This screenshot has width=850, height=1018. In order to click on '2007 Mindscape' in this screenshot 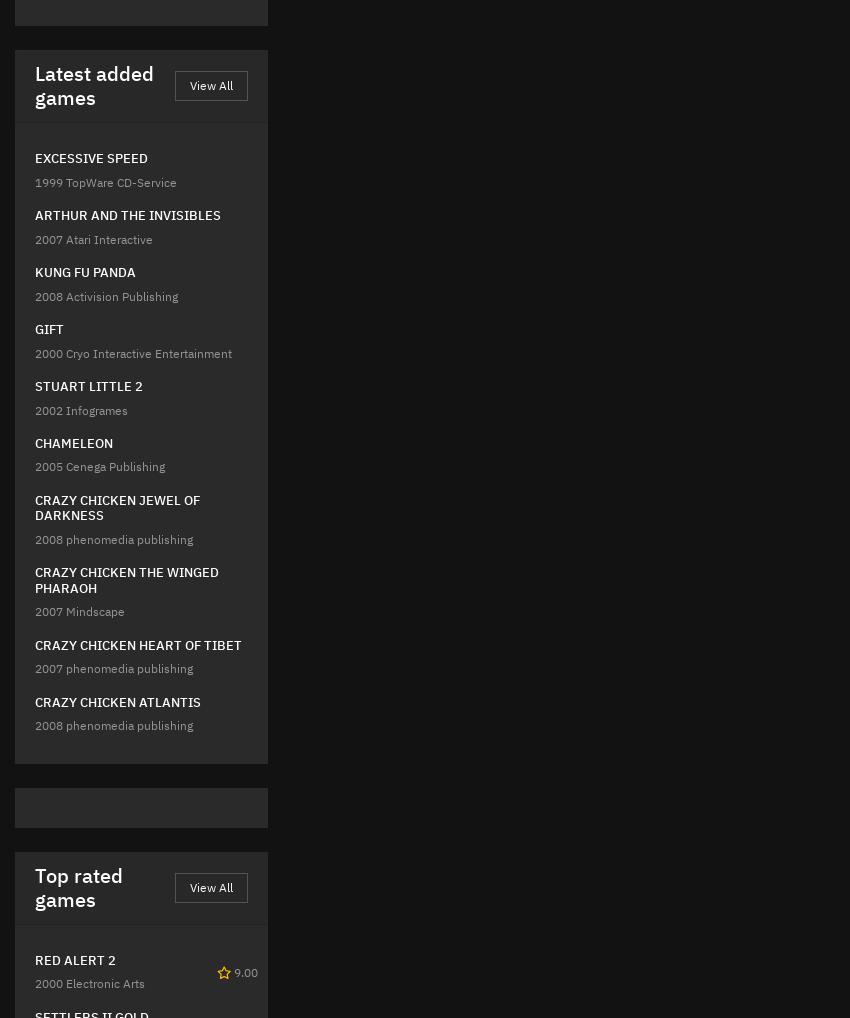, I will do `click(79, 610)`.